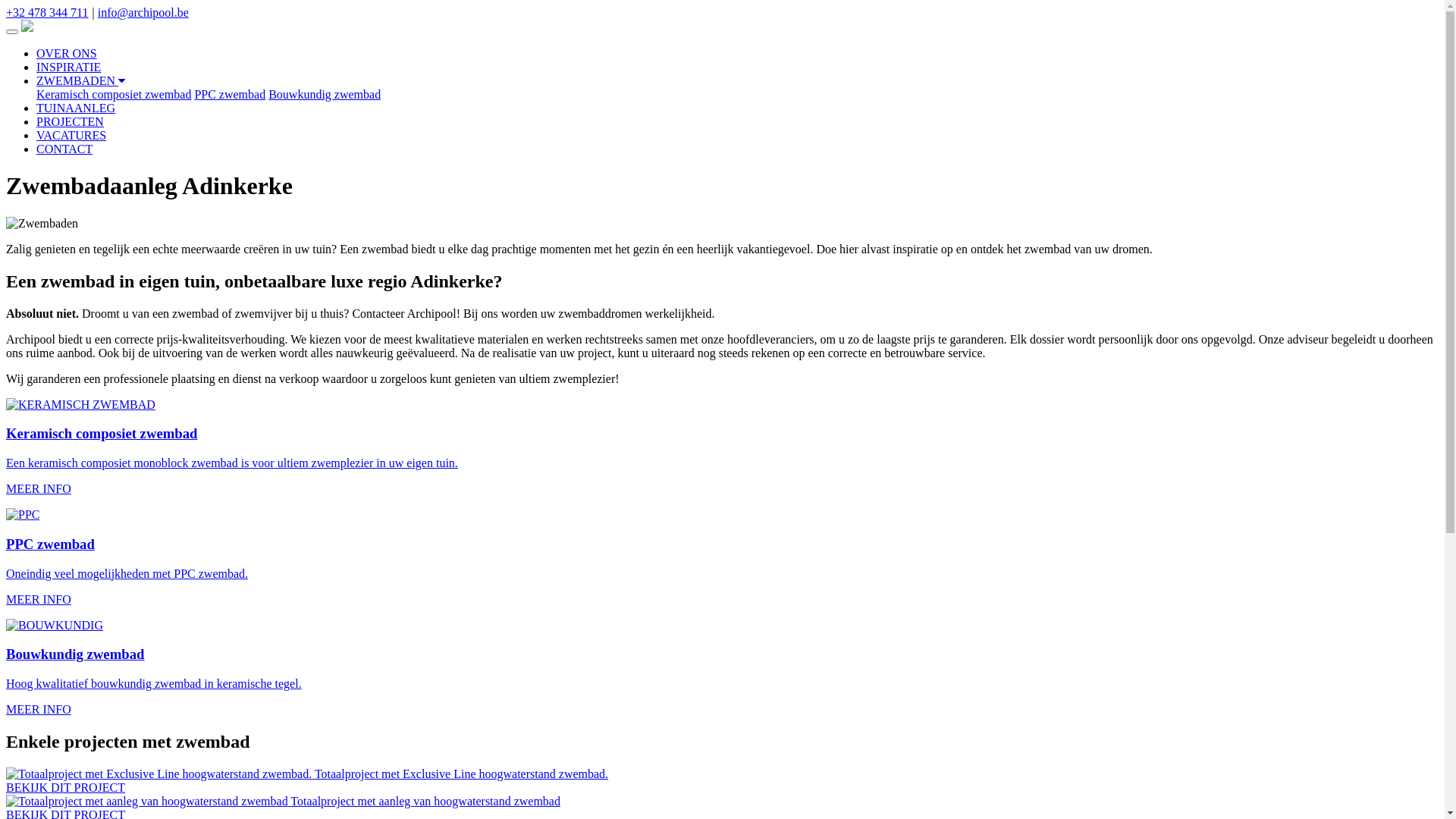 This screenshot has height=819, width=1456. Describe the element at coordinates (36, 52) in the screenshot. I see `'OVER ONS'` at that location.